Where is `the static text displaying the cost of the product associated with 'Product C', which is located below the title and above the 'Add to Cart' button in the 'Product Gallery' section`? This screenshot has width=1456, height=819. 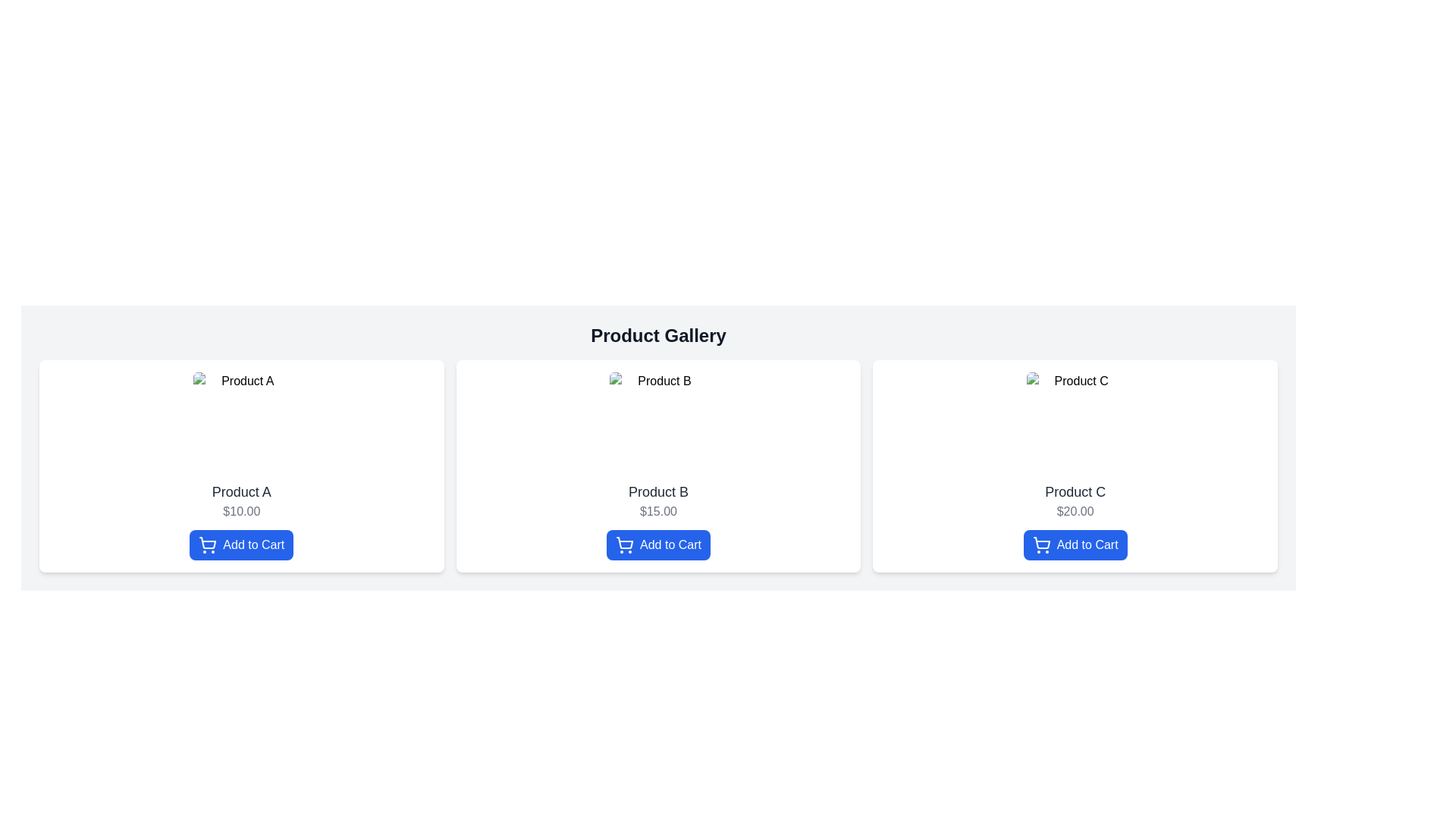
the static text displaying the cost of the product associated with 'Product C', which is located below the title and above the 'Add to Cart' button in the 'Product Gallery' section is located at coordinates (1075, 512).